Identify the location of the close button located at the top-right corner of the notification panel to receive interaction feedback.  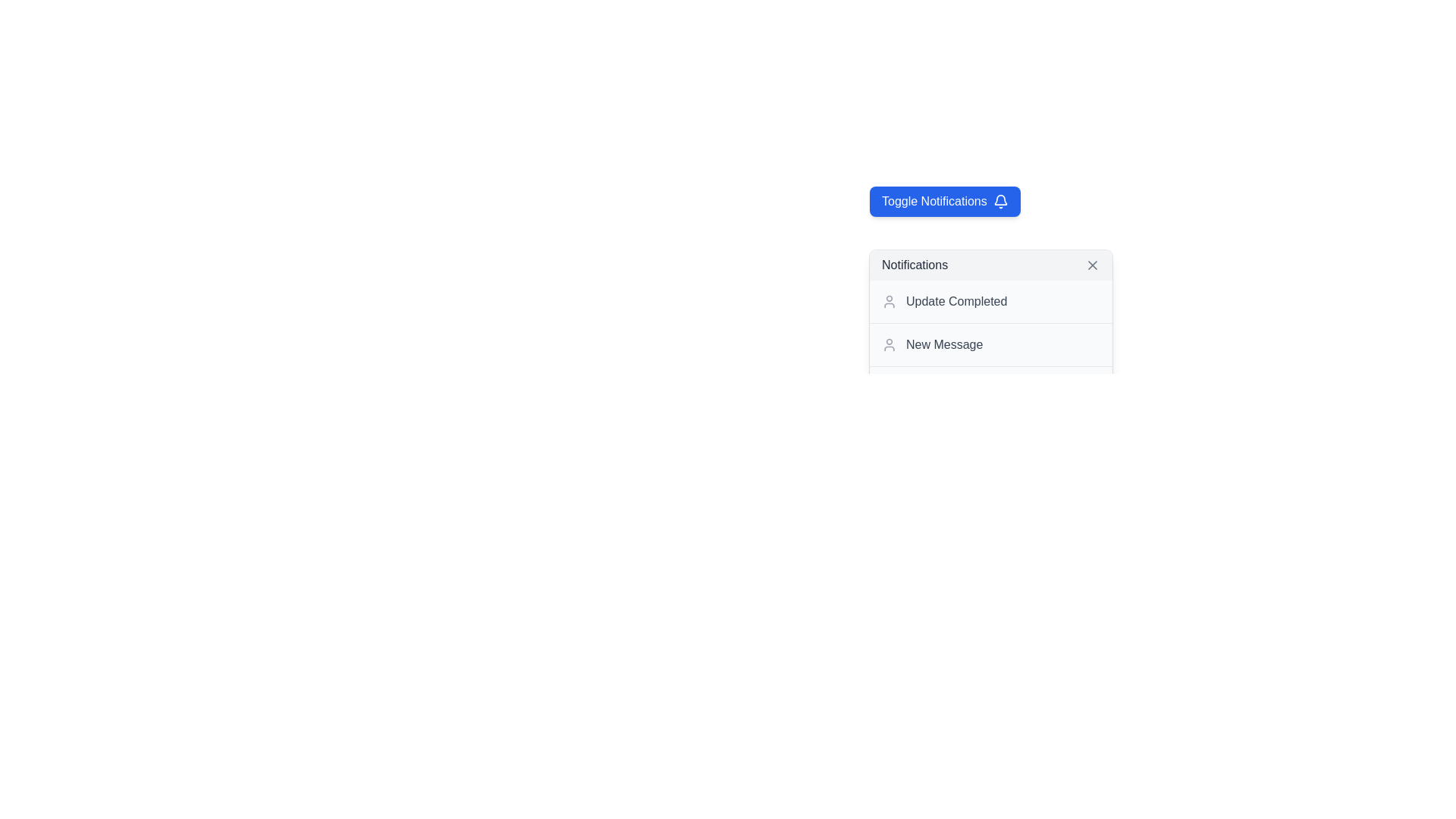
(1092, 265).